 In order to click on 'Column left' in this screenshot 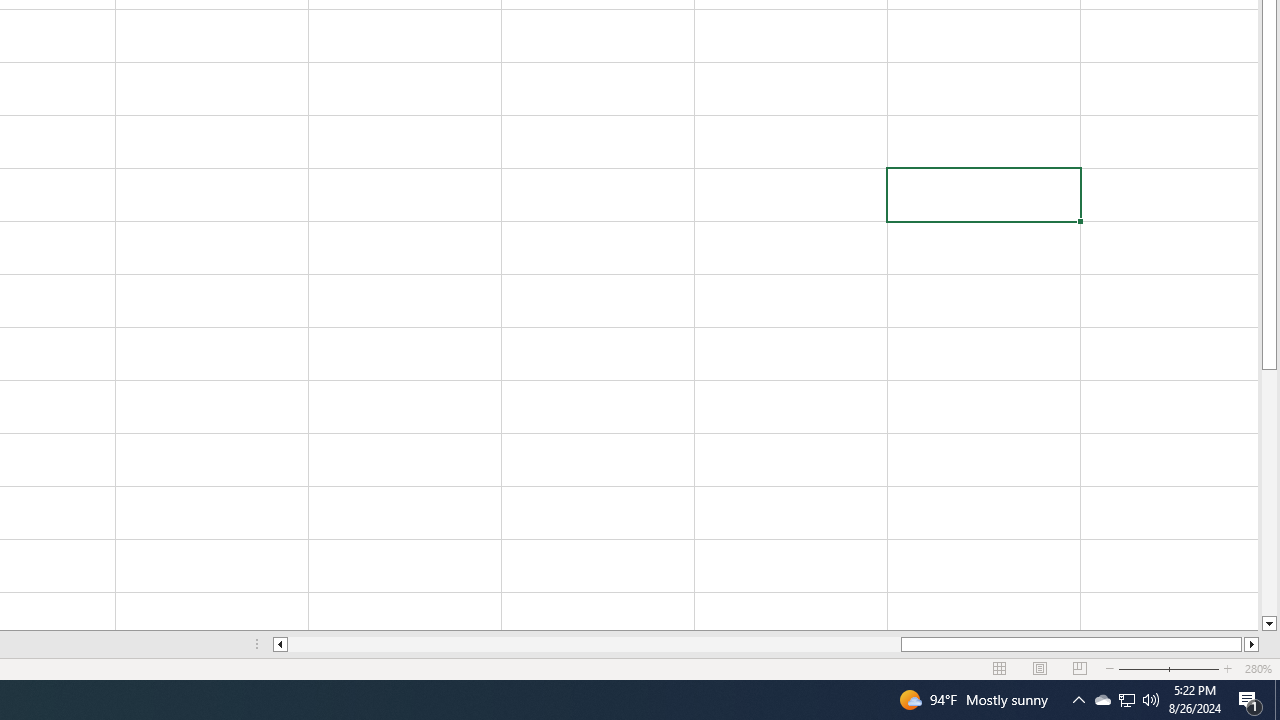, I will do `click(278, 644)`.